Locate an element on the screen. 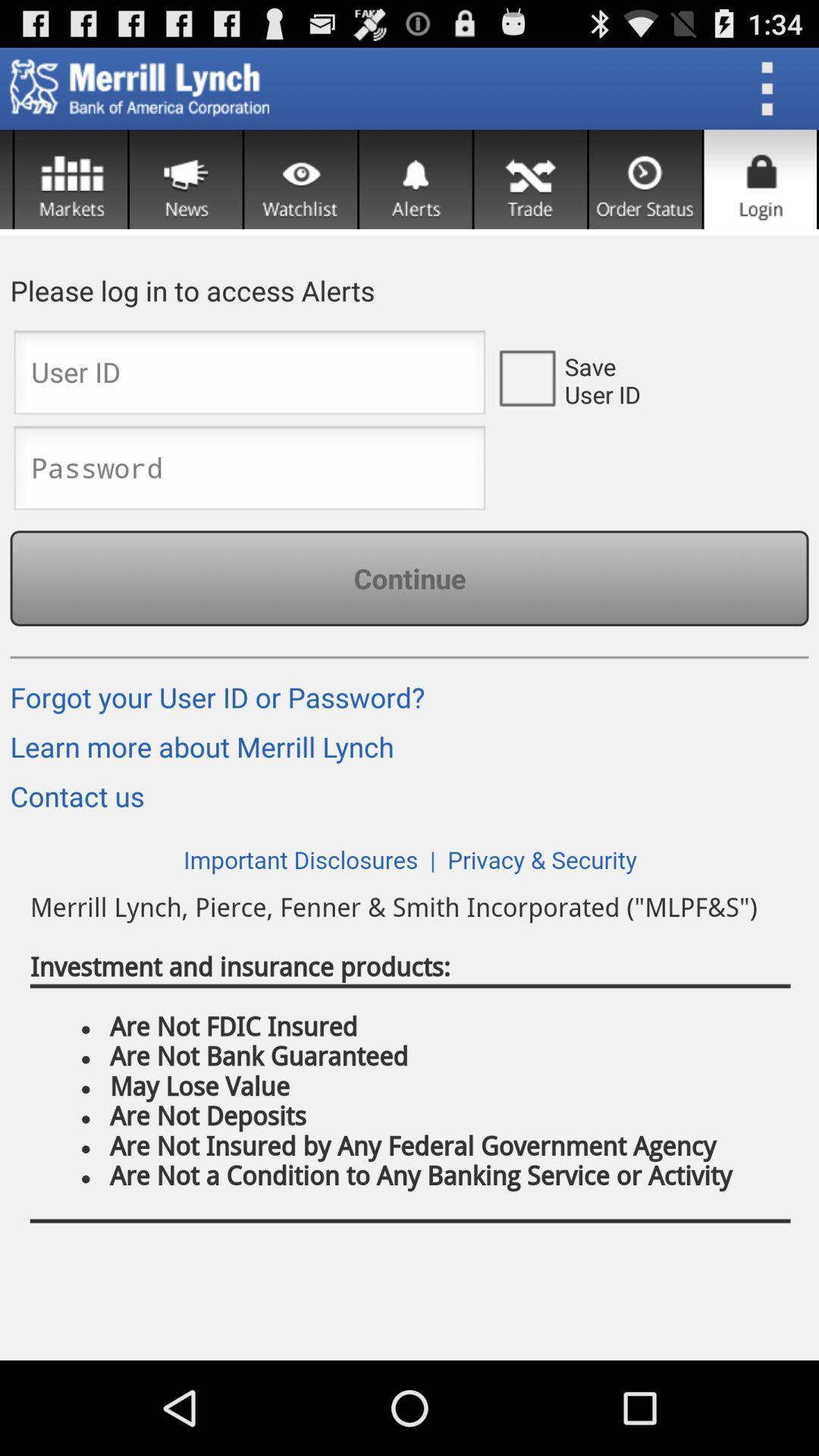 The width and height of the screenshot is (819, 1456). see latest news is located at coordinates (185, 179).